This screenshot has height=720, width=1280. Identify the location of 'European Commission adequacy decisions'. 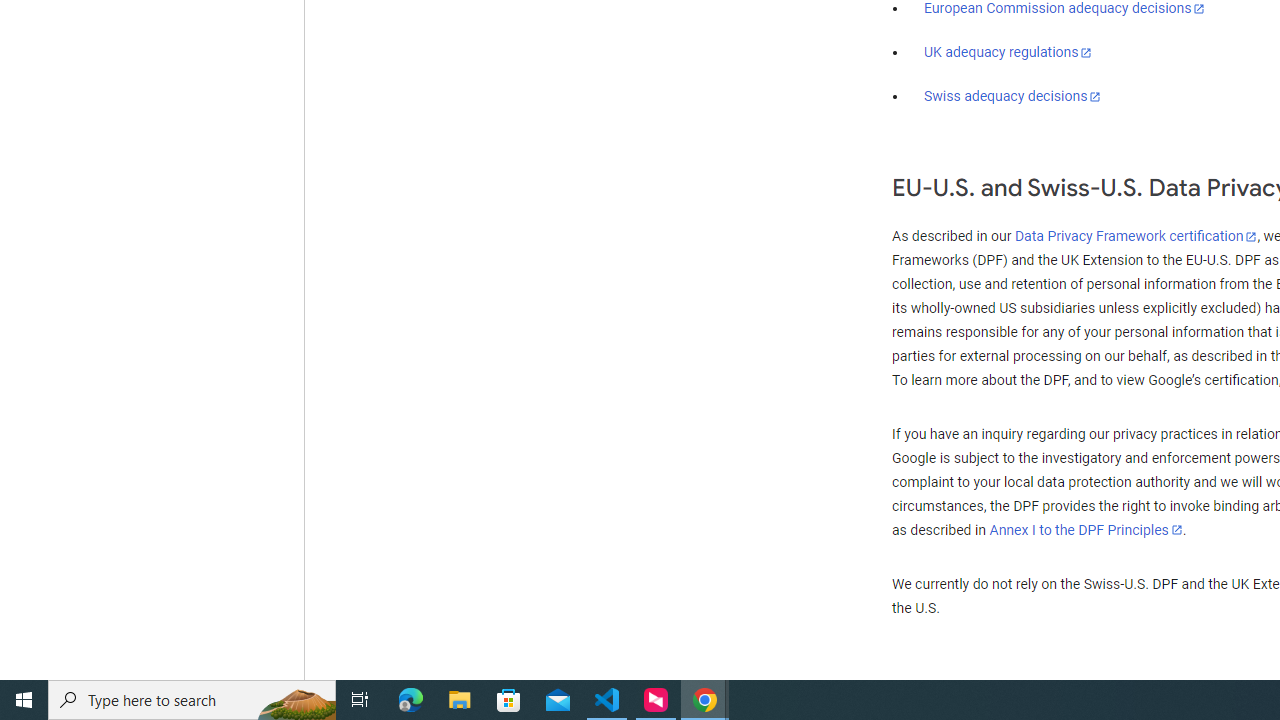
(1063, 9).